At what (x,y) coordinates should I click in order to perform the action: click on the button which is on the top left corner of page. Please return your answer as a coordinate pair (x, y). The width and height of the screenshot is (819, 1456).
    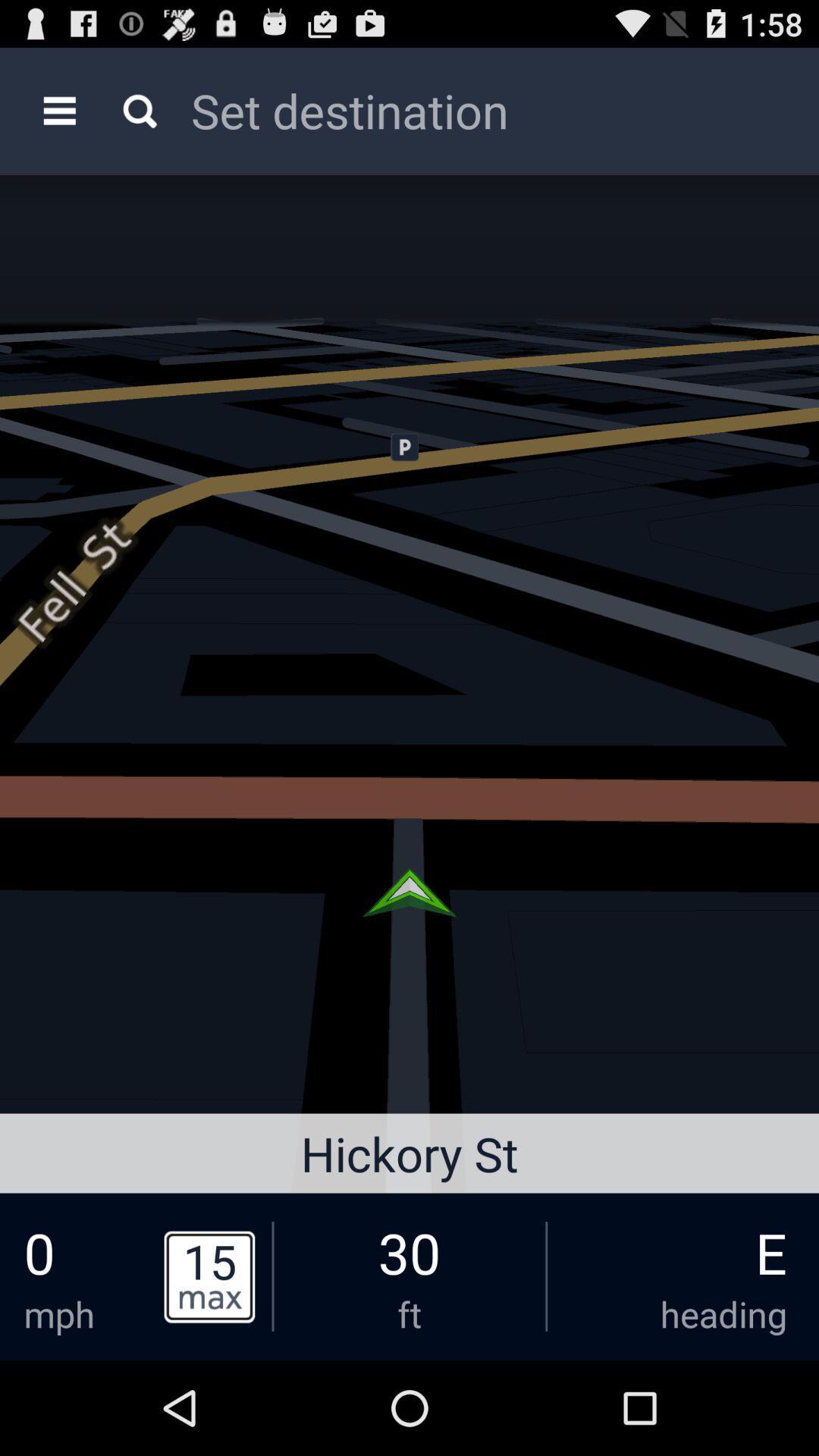
    Looking at the image, I should click on (58, 109).